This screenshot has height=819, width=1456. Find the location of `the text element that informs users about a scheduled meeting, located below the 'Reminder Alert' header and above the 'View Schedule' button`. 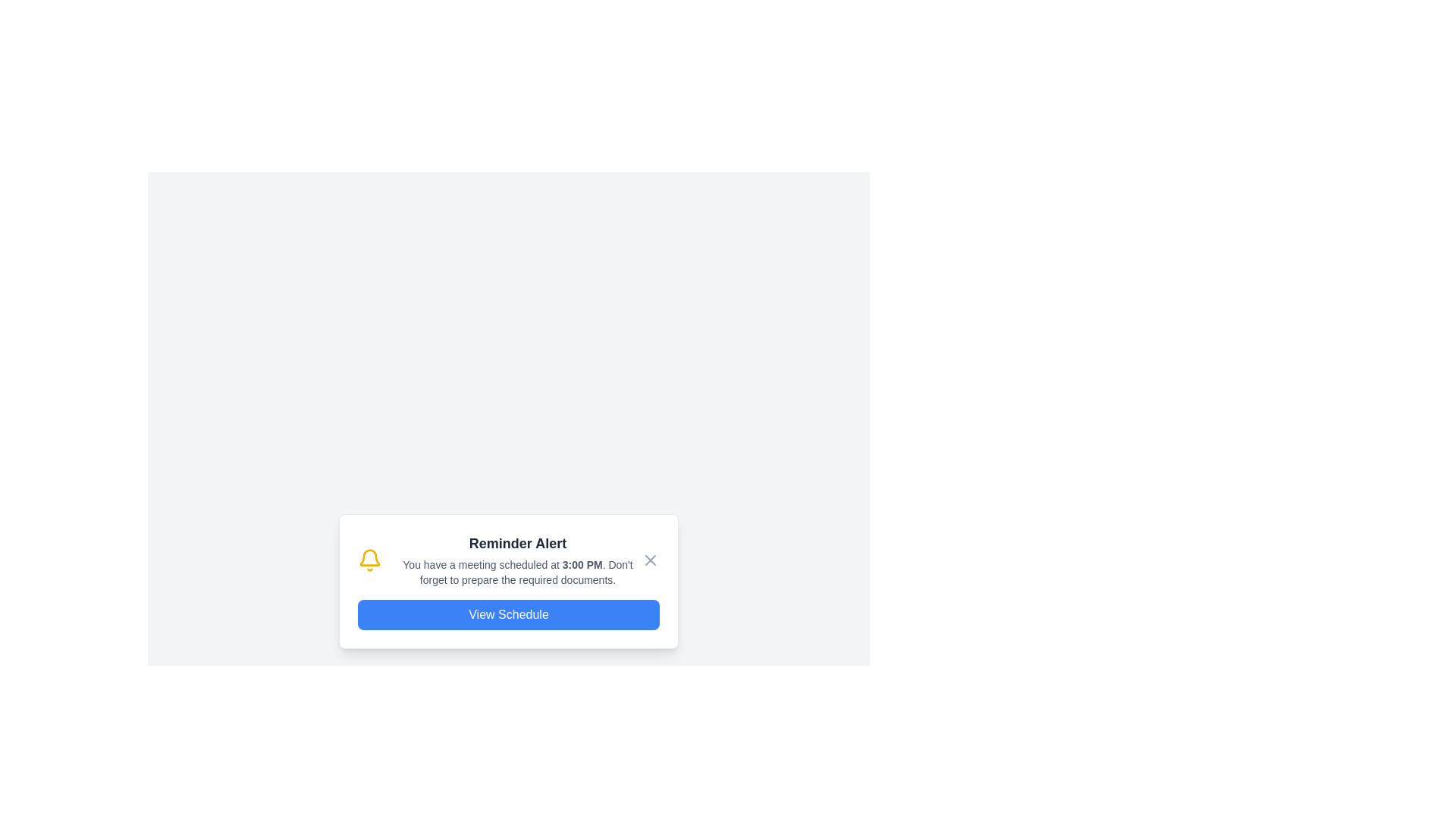

the text element that informs users about a scheduled meeting, located below the 'Reminder Alert' header and above the 'View Schedule' button is located at coordinates (517, 573).